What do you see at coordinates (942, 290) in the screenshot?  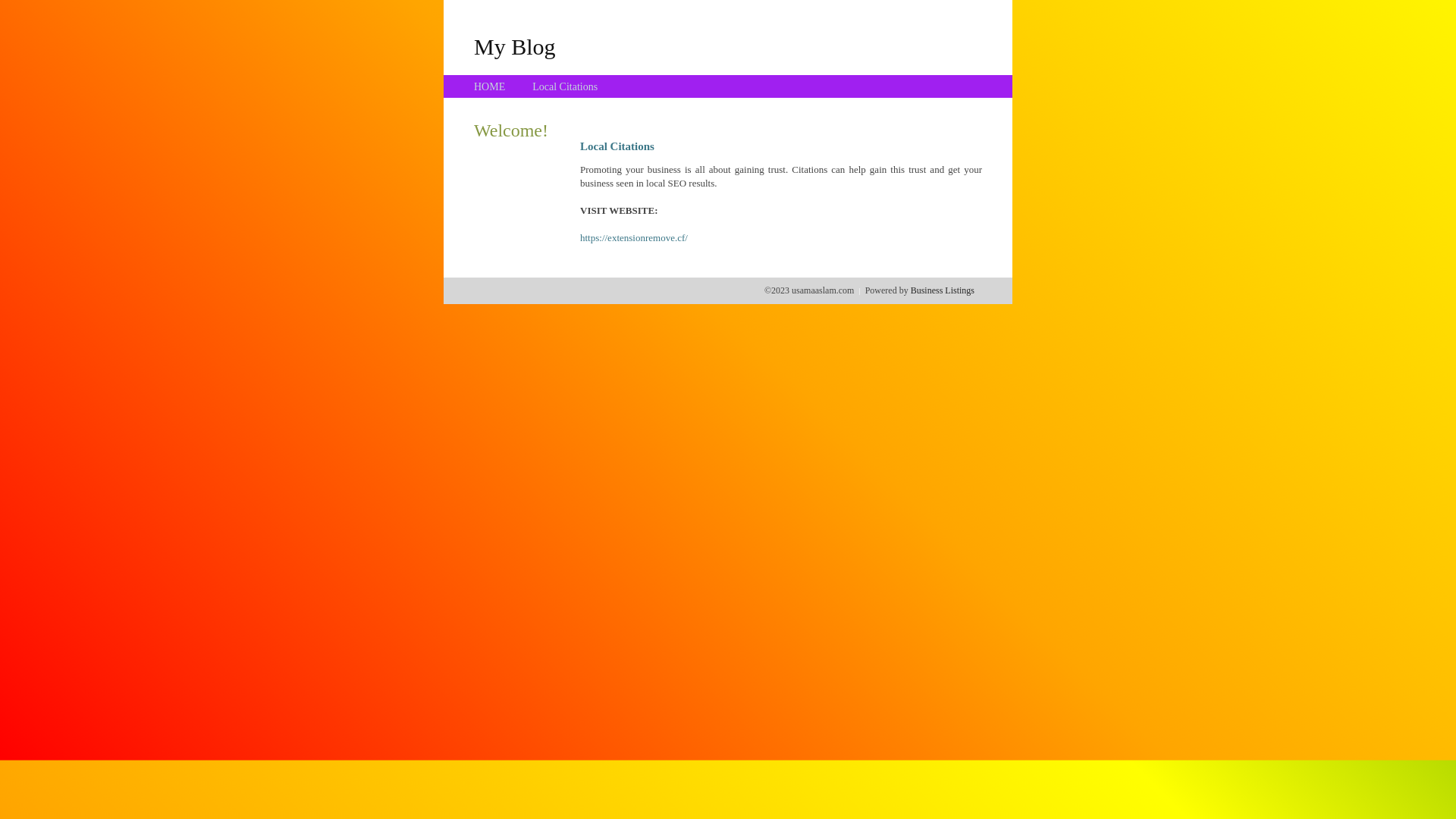 I see `'Business Listings'` at bounding box center [942, 290].